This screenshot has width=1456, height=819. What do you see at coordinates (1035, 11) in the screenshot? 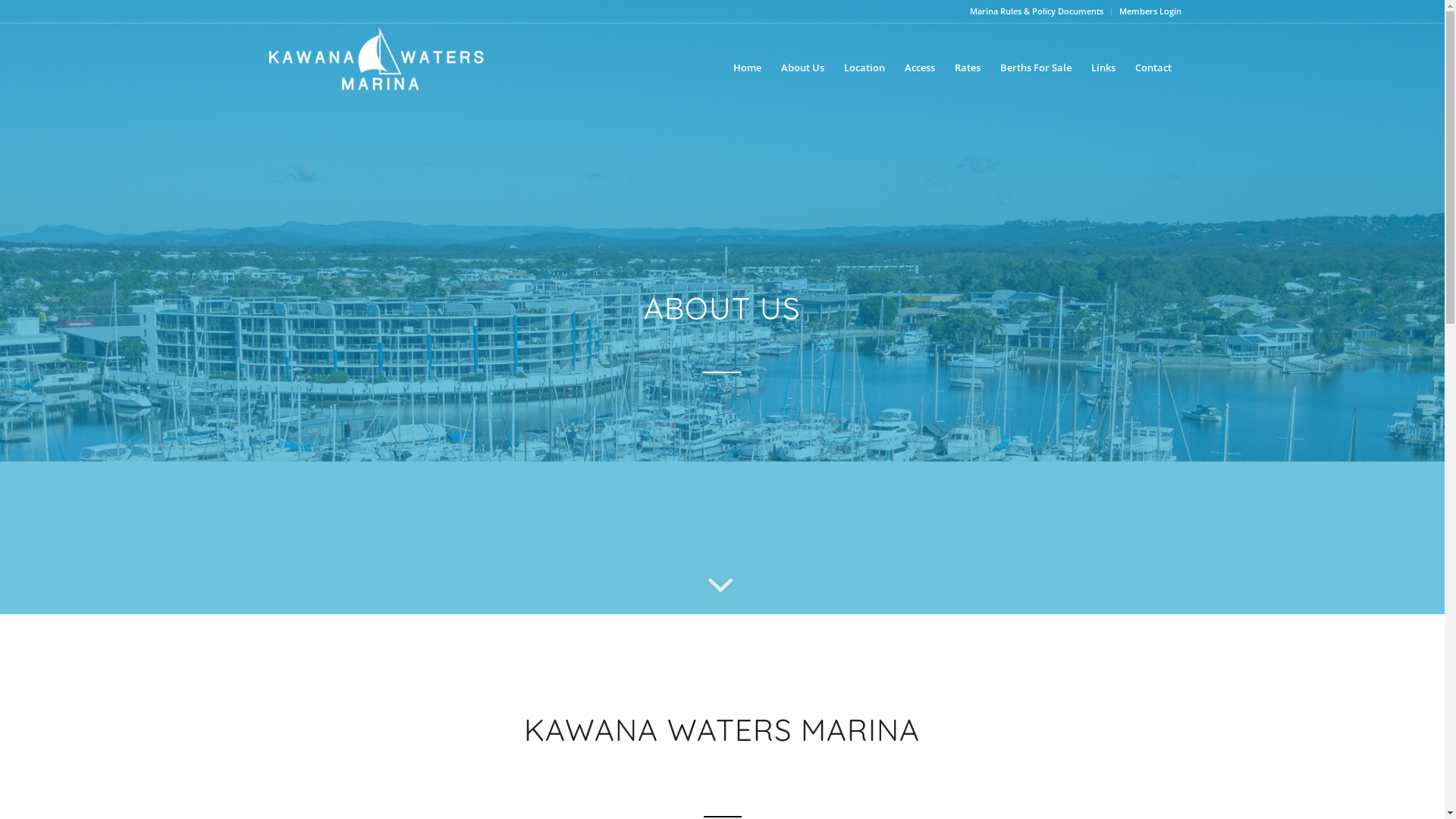
I see `'Marina Rules & Policy Documents'` at bounding box center [1035, 11].